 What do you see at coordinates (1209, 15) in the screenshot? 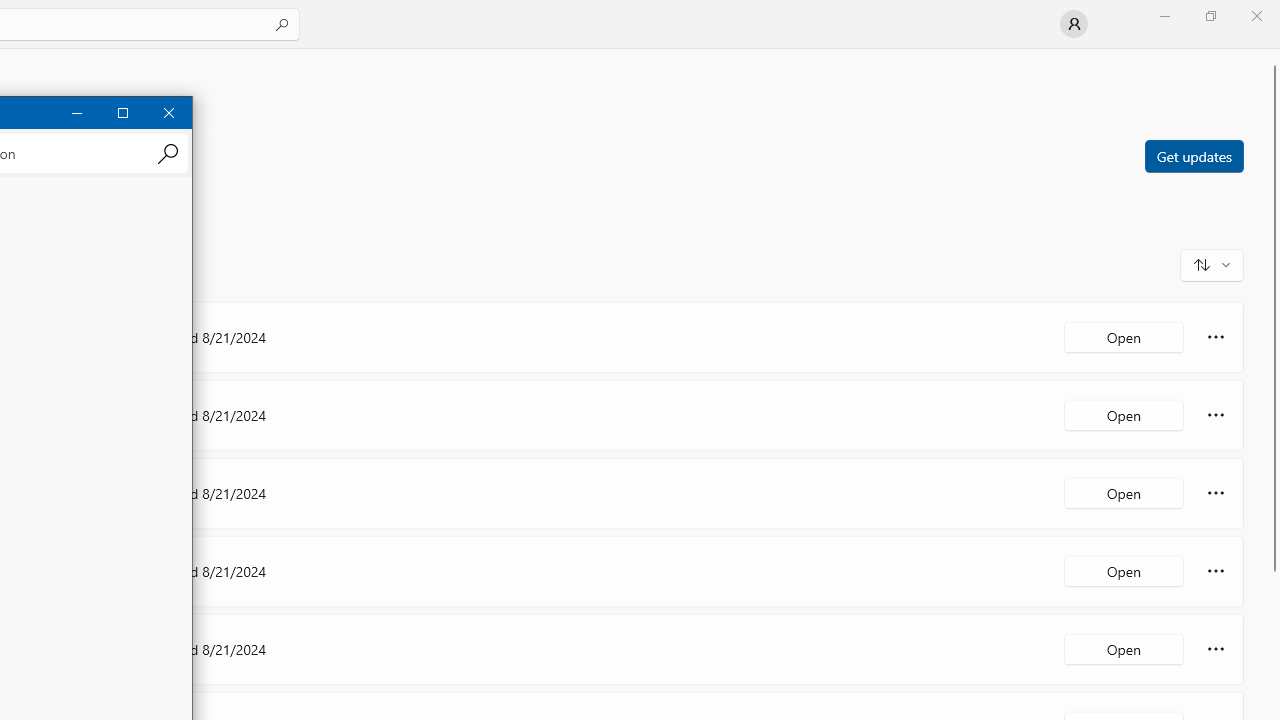
I see `'Restore Microsoft Store'` at bounding box center [1209, 15].